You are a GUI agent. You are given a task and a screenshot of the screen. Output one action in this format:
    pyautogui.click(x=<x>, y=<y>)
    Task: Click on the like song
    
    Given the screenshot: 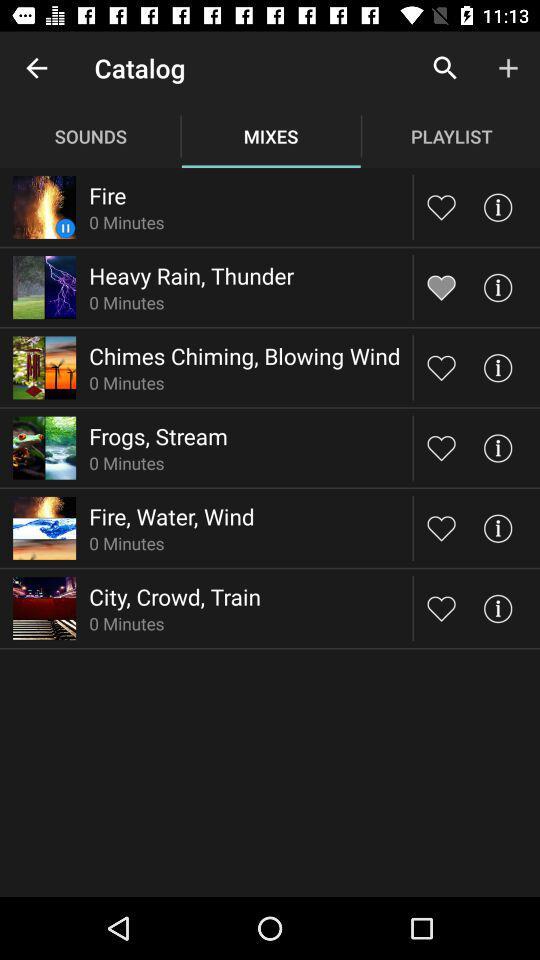 What is the action you would take?
    pyautogui.click(x=441, y=366)
    